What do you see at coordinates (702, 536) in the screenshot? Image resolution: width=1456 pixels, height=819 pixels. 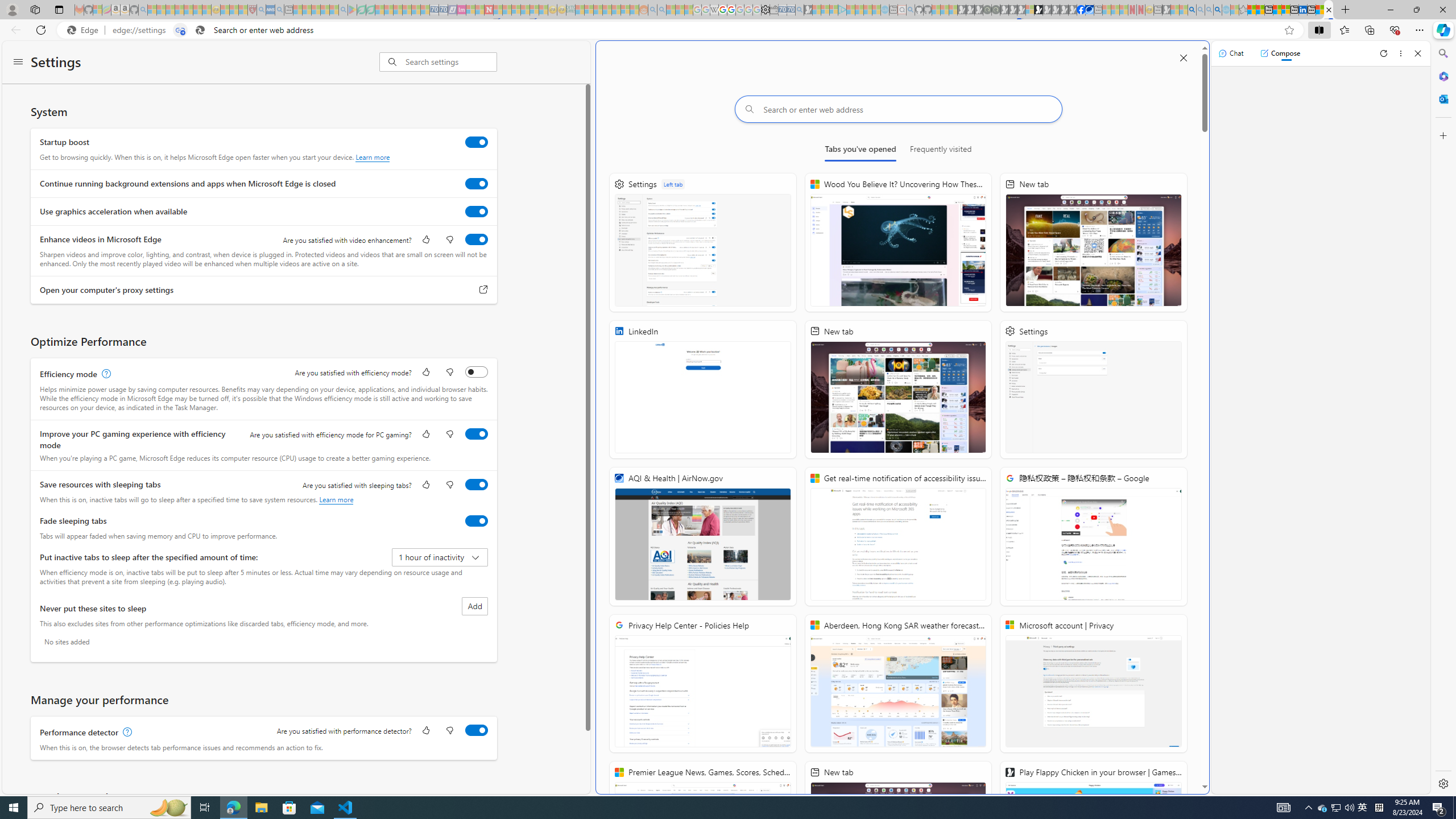 I see `'AQI & Health | AirNow.gov'` at bounding box center [702, 536].